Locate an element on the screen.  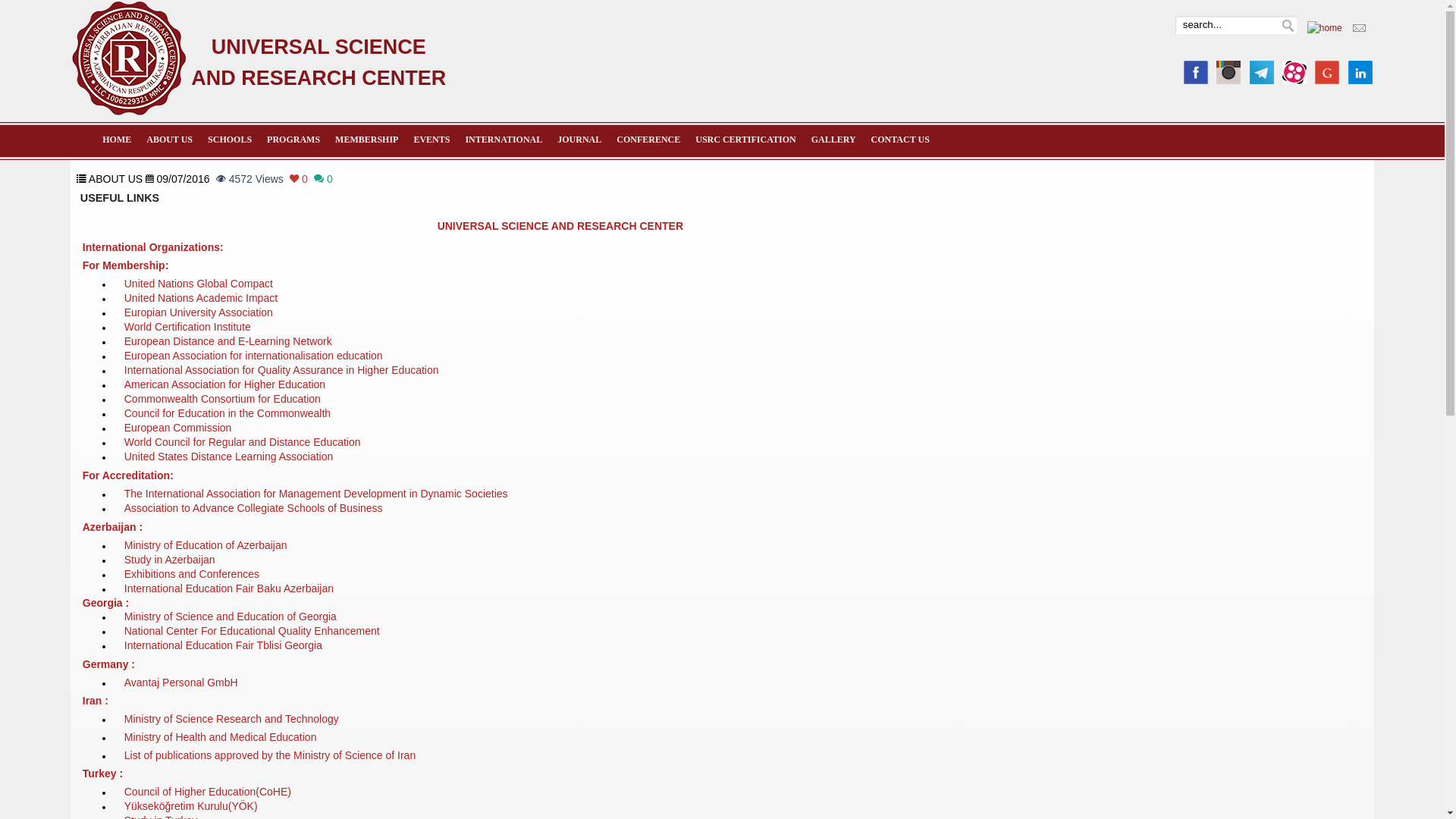
'World Council for Regular and Distance Education' is located at coordinates (243, 444).